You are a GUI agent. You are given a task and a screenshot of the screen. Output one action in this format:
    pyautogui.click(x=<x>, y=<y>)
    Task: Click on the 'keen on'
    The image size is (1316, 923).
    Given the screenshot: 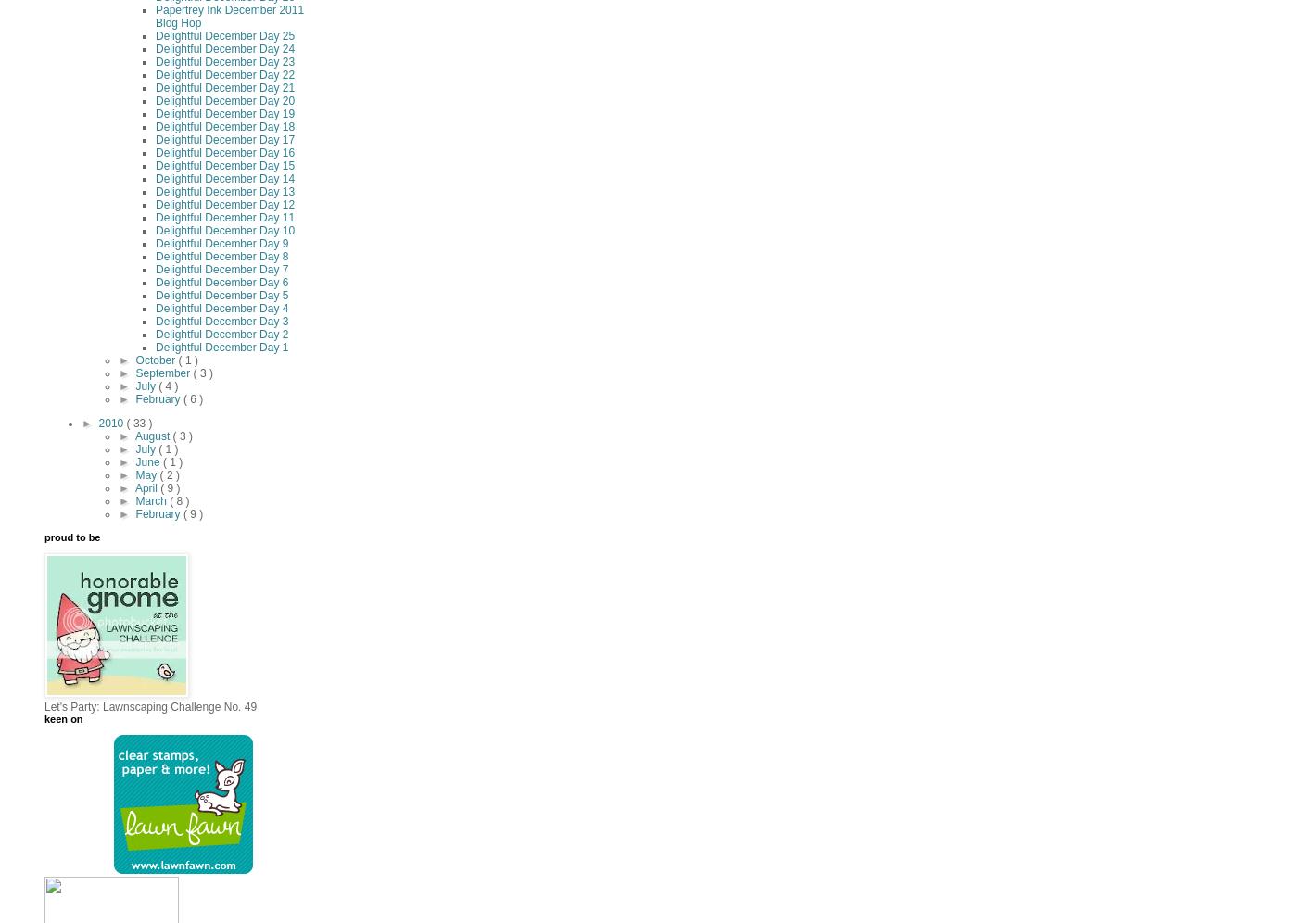 What is the action you would take?
    pyautogui.click(x=63, y=718)
    